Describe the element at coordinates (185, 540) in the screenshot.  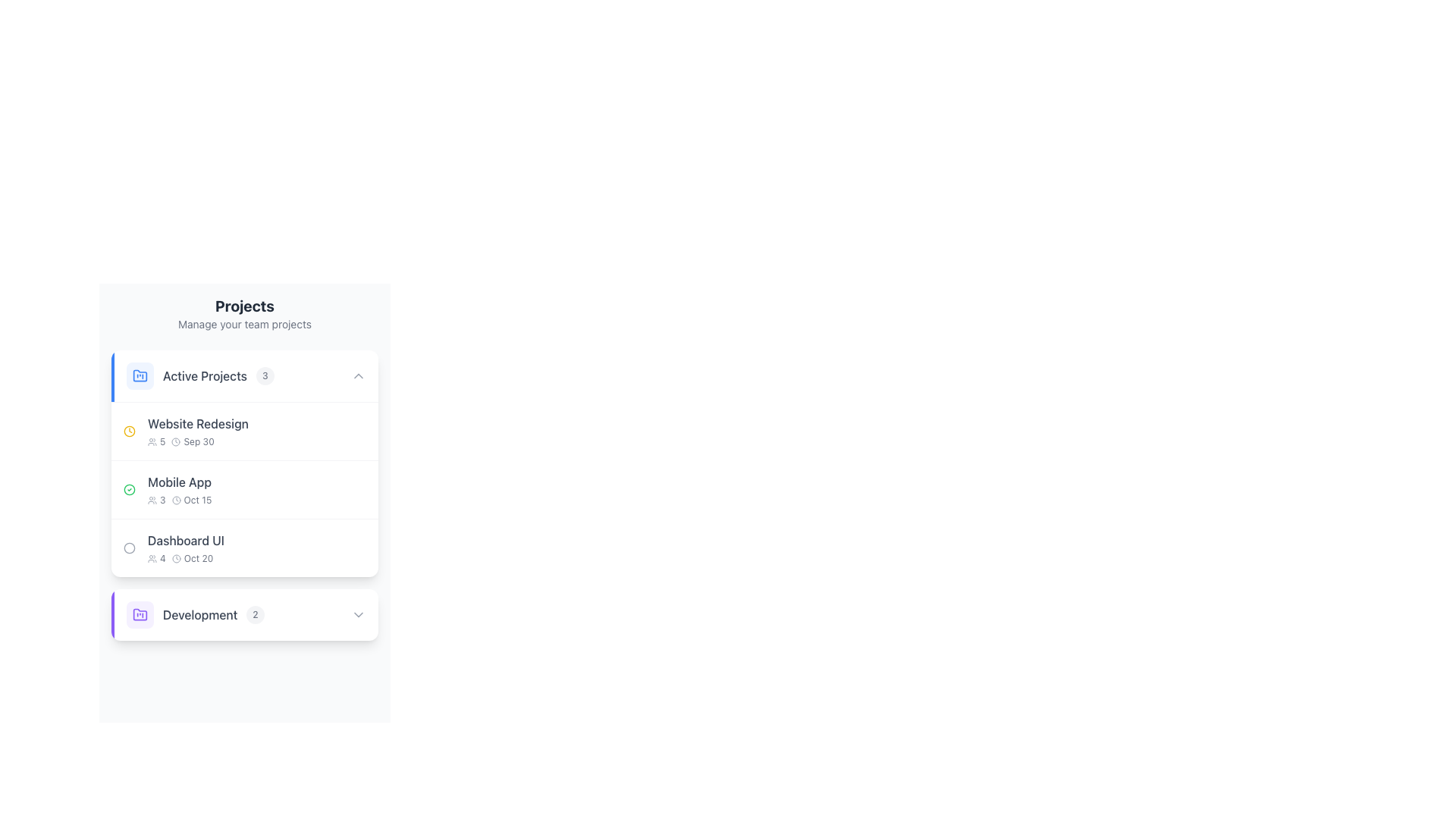
I see `text content of the text label displaying 'Dashboard UI', which is located within the 'Projects' list group under 'Active Projects' section, specifically on the third item below 'Mobile App'` at that location.